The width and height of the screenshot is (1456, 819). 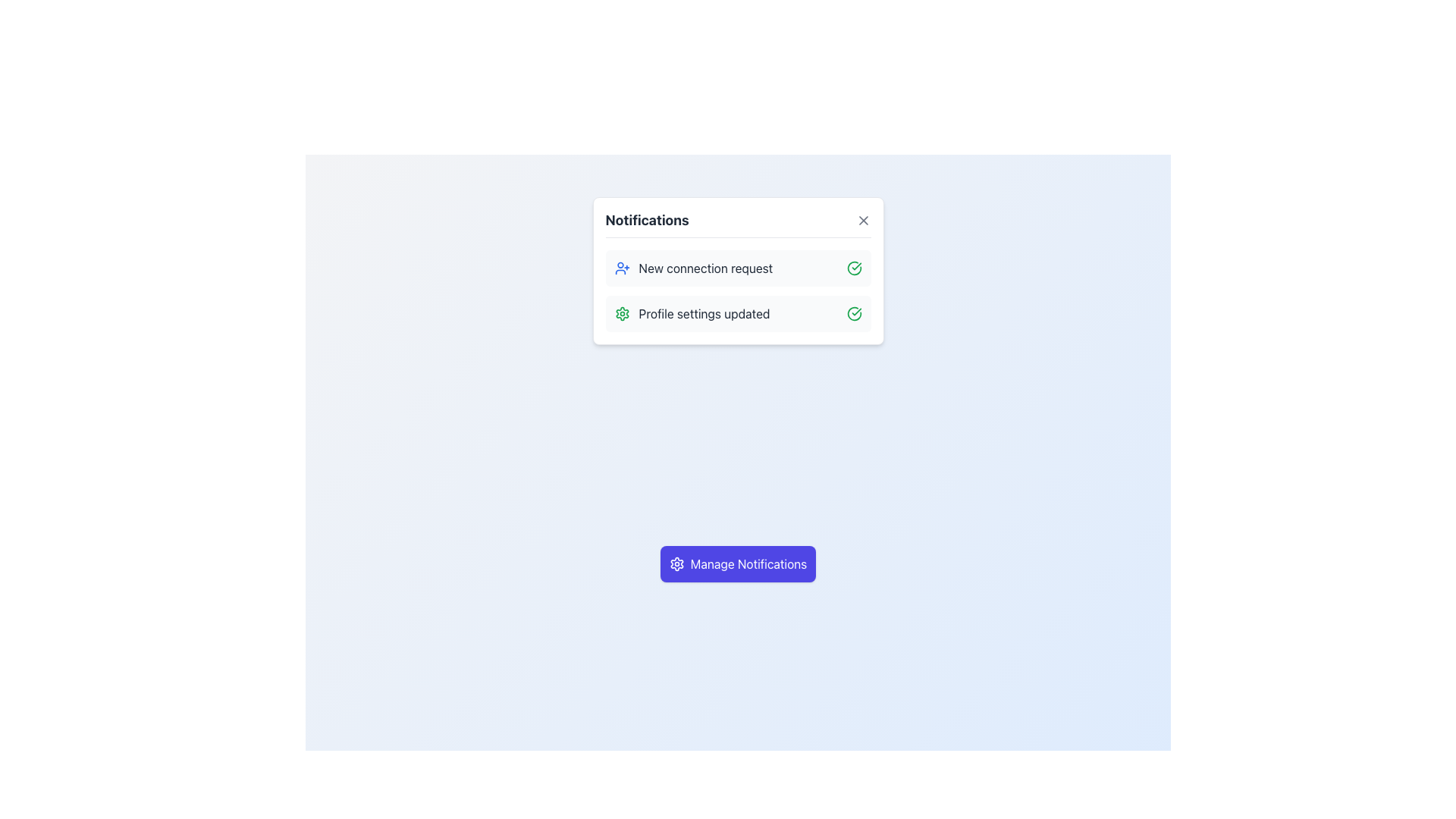 What do you see at coordinates (704, 268) in the screenshot?
I see `the label displaying 'New connection request' in the notification panel, which is styled in gray on a white background` at bounding box center [704, 268].